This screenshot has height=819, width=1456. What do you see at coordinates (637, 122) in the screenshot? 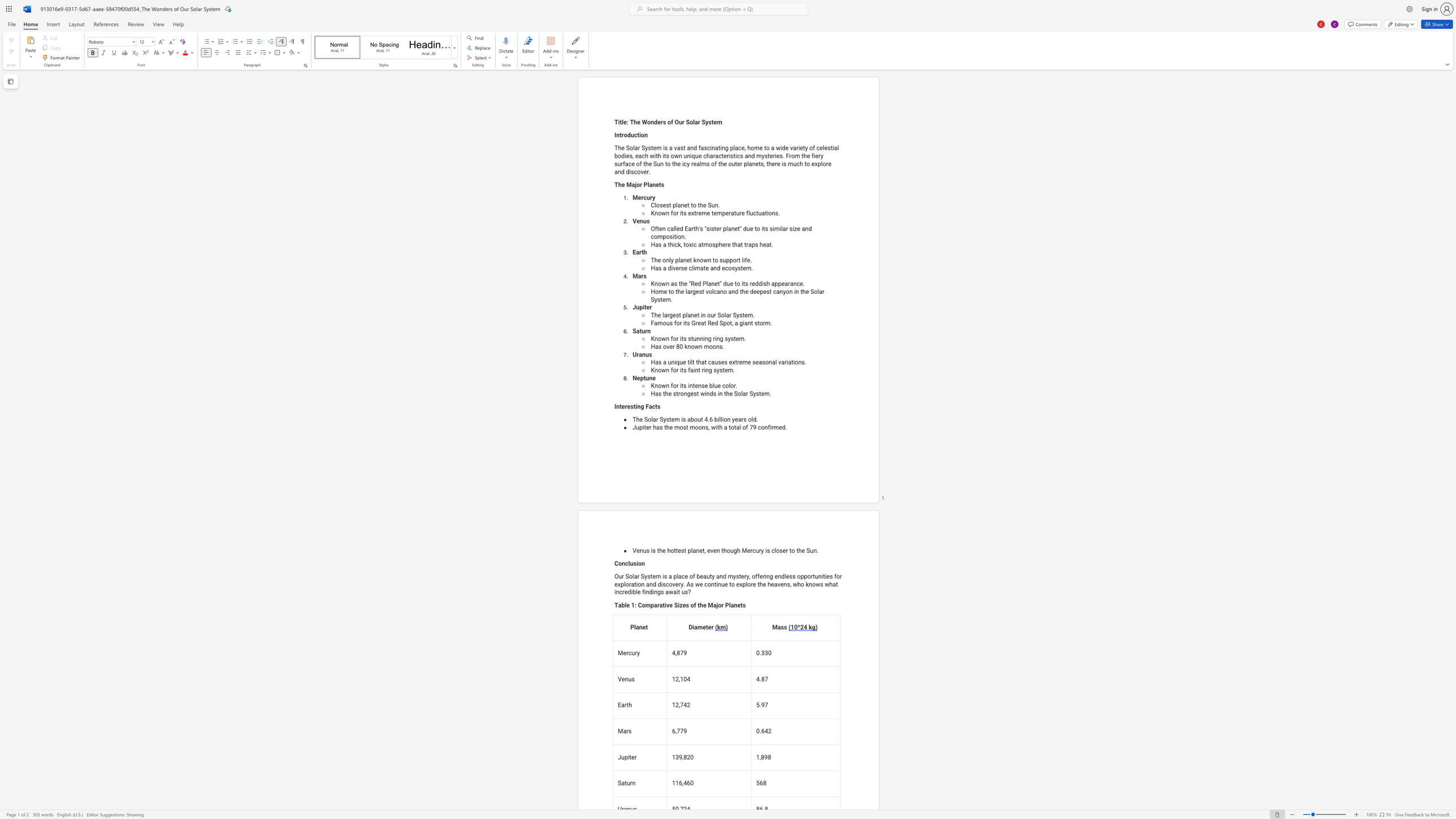
I see `the subset text "e Wonders of" within the text "Title: The Wonders of Our Solar System"` at bounding box center [637, 122].